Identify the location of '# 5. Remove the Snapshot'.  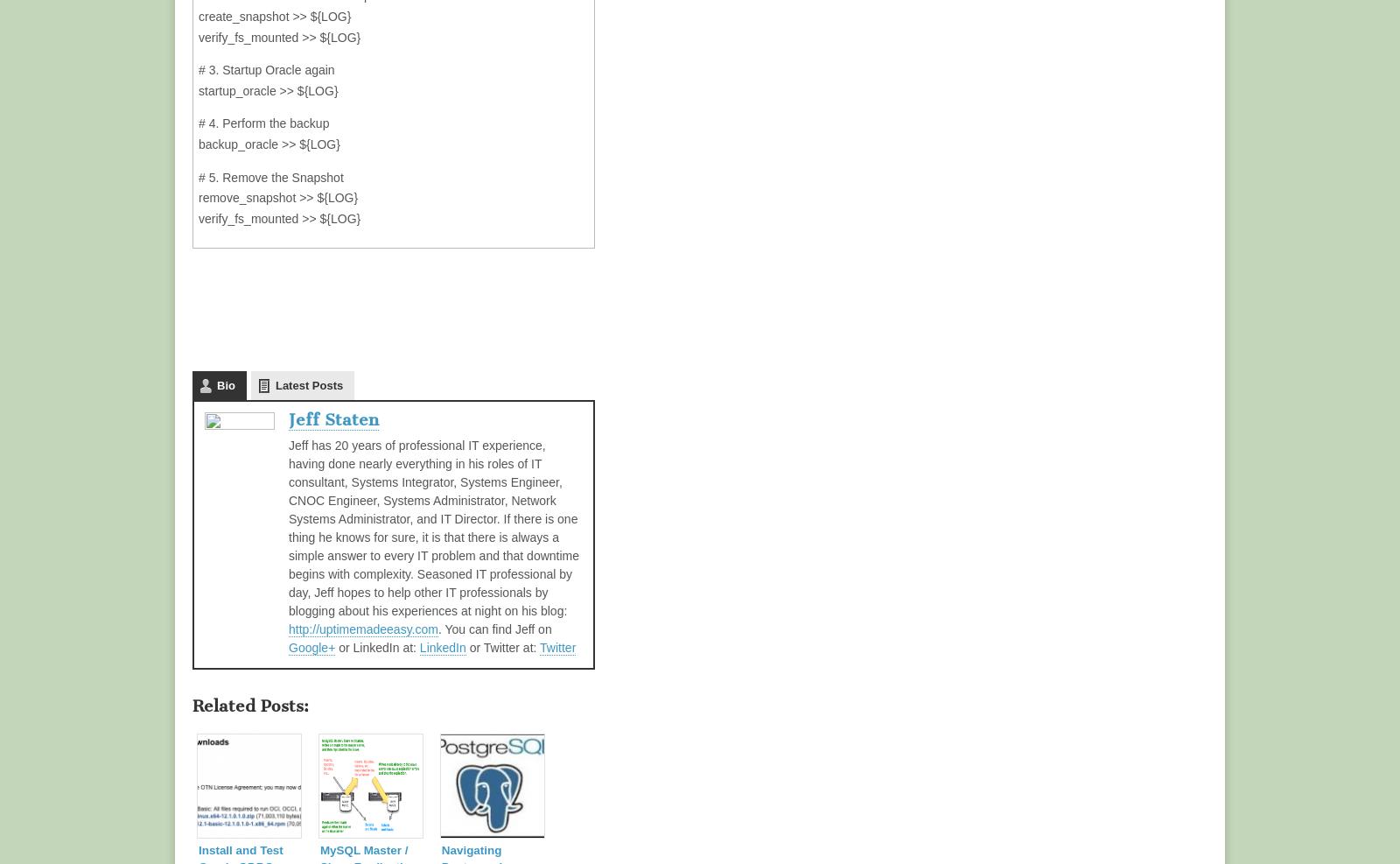
(270, 176).